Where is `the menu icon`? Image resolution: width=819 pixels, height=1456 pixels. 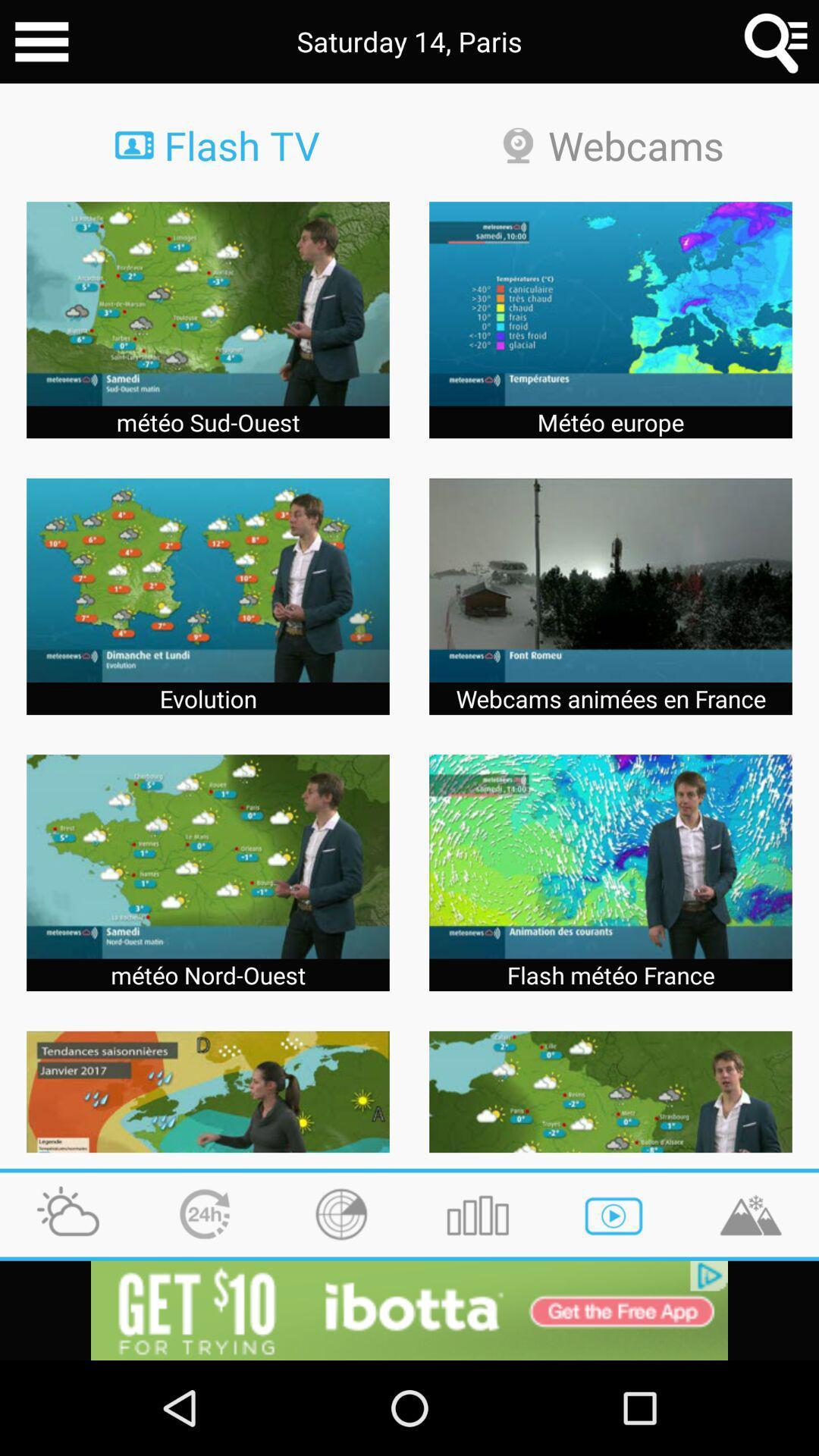 the menu icon is located at coordinates (41, 44).